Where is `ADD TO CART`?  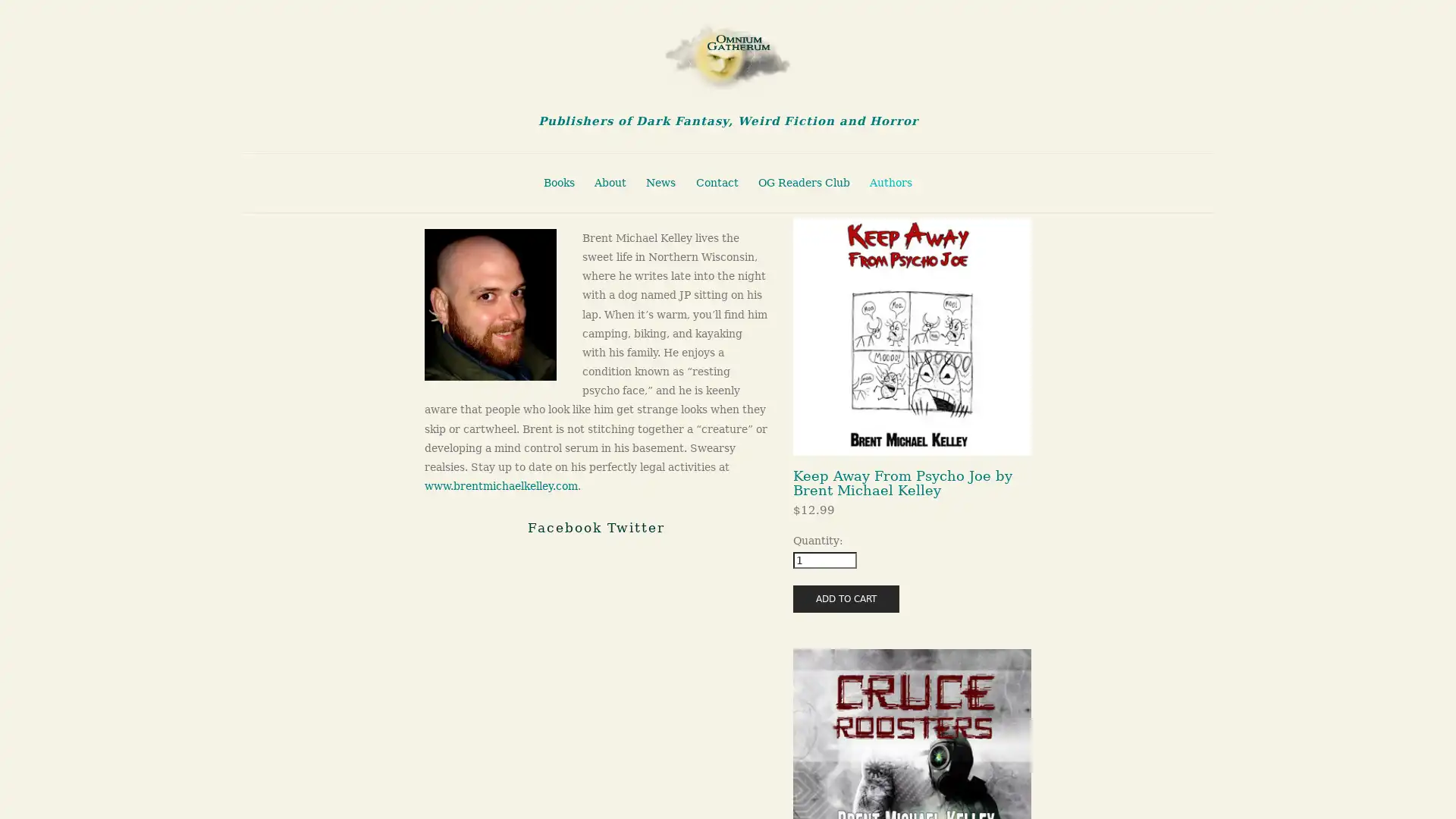
ADD TO CART is located at coordinates (846, 598).